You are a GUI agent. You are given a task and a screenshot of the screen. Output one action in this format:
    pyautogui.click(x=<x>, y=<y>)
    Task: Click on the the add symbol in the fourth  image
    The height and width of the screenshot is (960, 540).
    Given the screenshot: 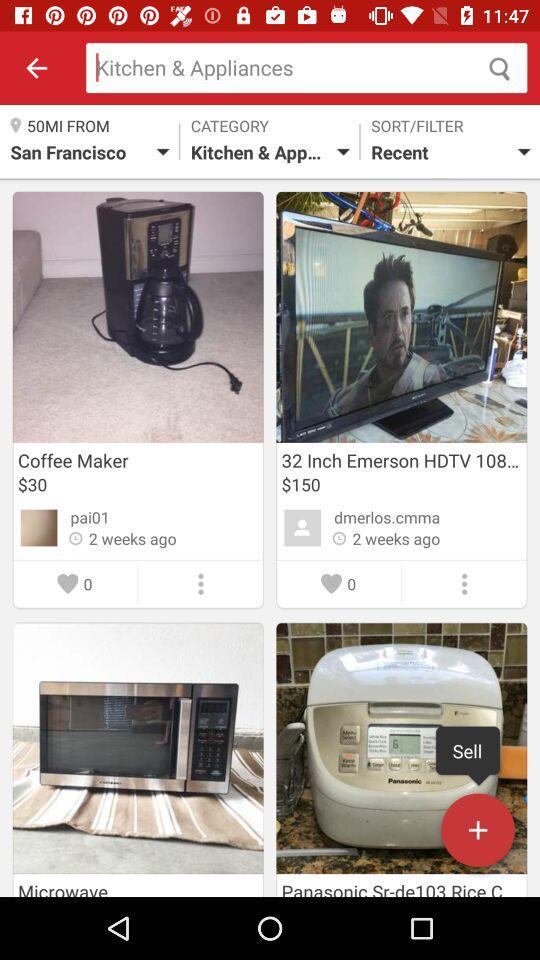 What is the action you would take?
    pyautogui.click(x=477, y=834)
    